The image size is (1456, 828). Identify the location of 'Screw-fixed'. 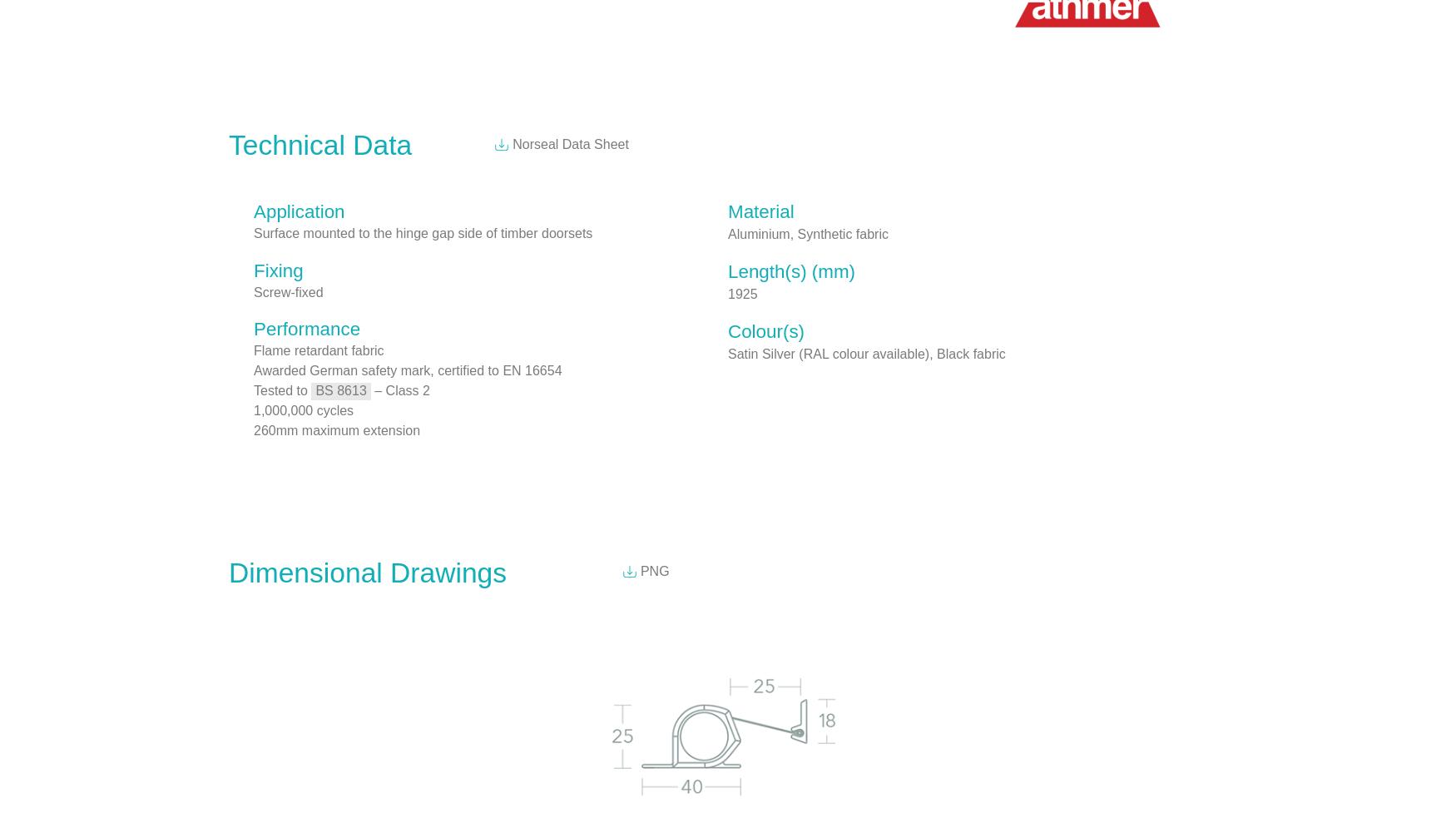
(288, 290).